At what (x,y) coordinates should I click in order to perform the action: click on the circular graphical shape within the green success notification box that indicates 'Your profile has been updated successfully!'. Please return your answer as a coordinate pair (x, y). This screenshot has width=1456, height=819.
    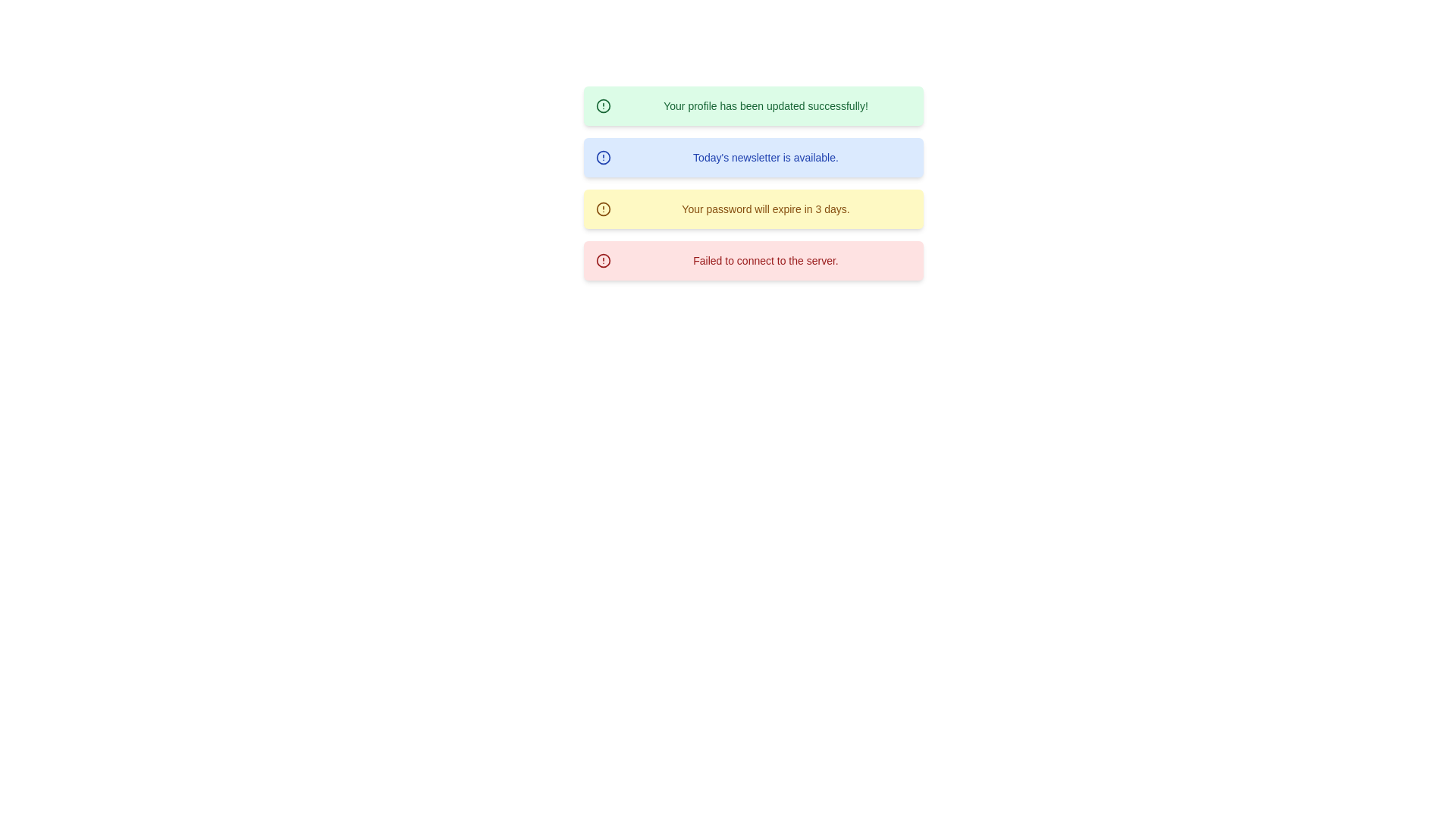
    Looking at the image, I should click on (603, 105).